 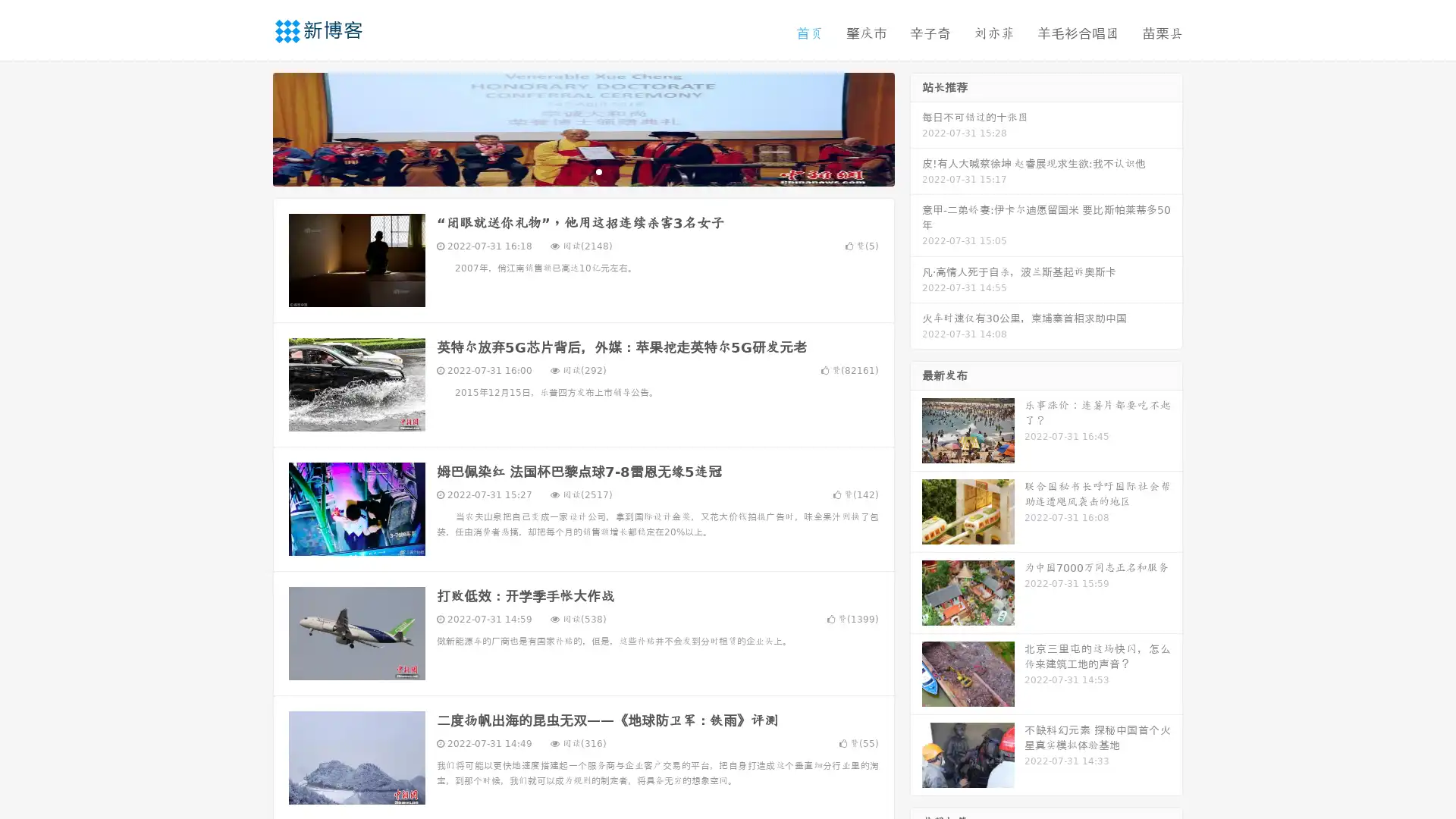 What do you see at coordinates (598, 171) in the screenshot?
I see `Go to slide 3` at bounding box center [598, 171].